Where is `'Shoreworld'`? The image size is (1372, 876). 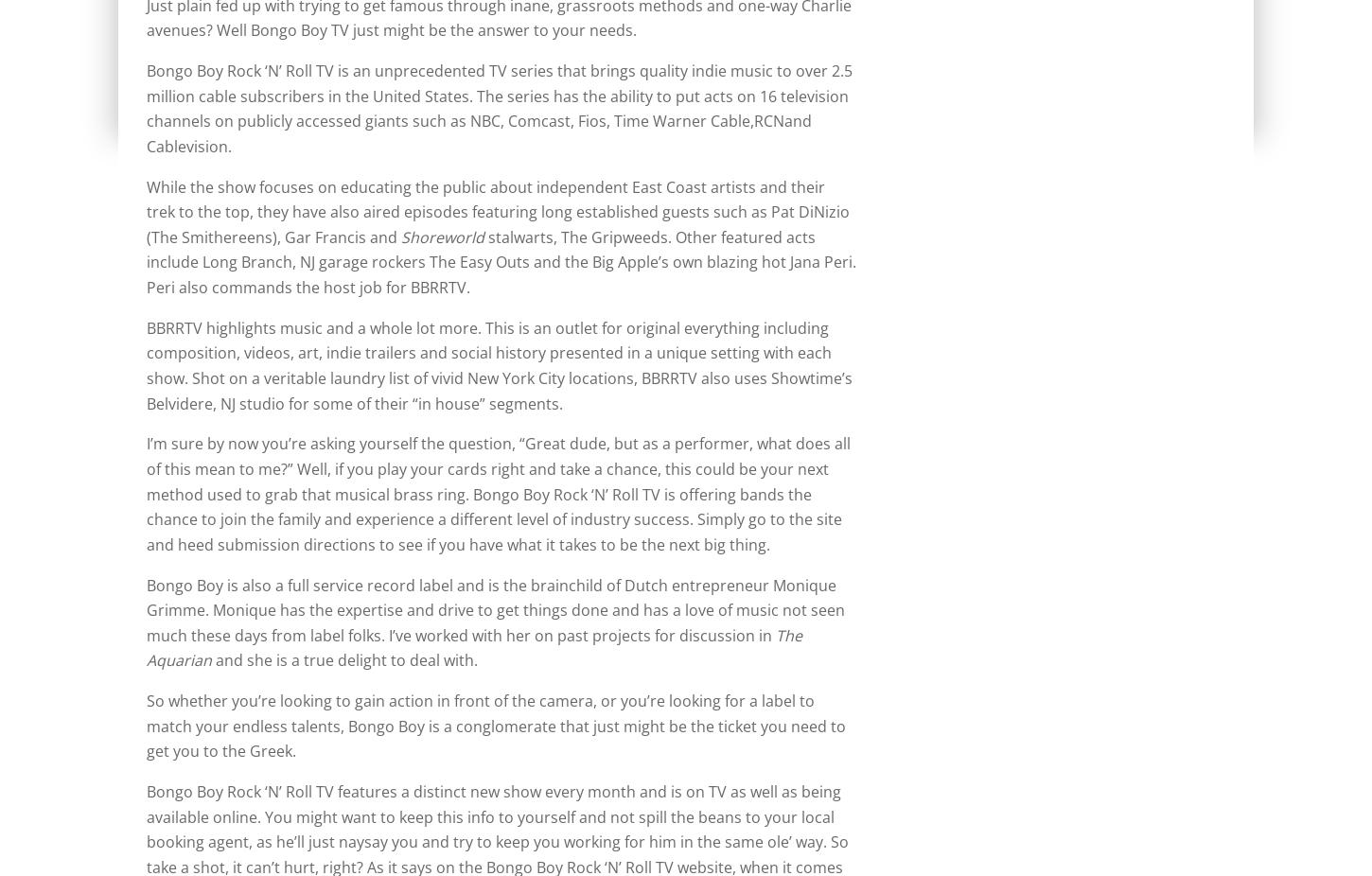 'Shoreworld' is located at coordinates (442, 237).